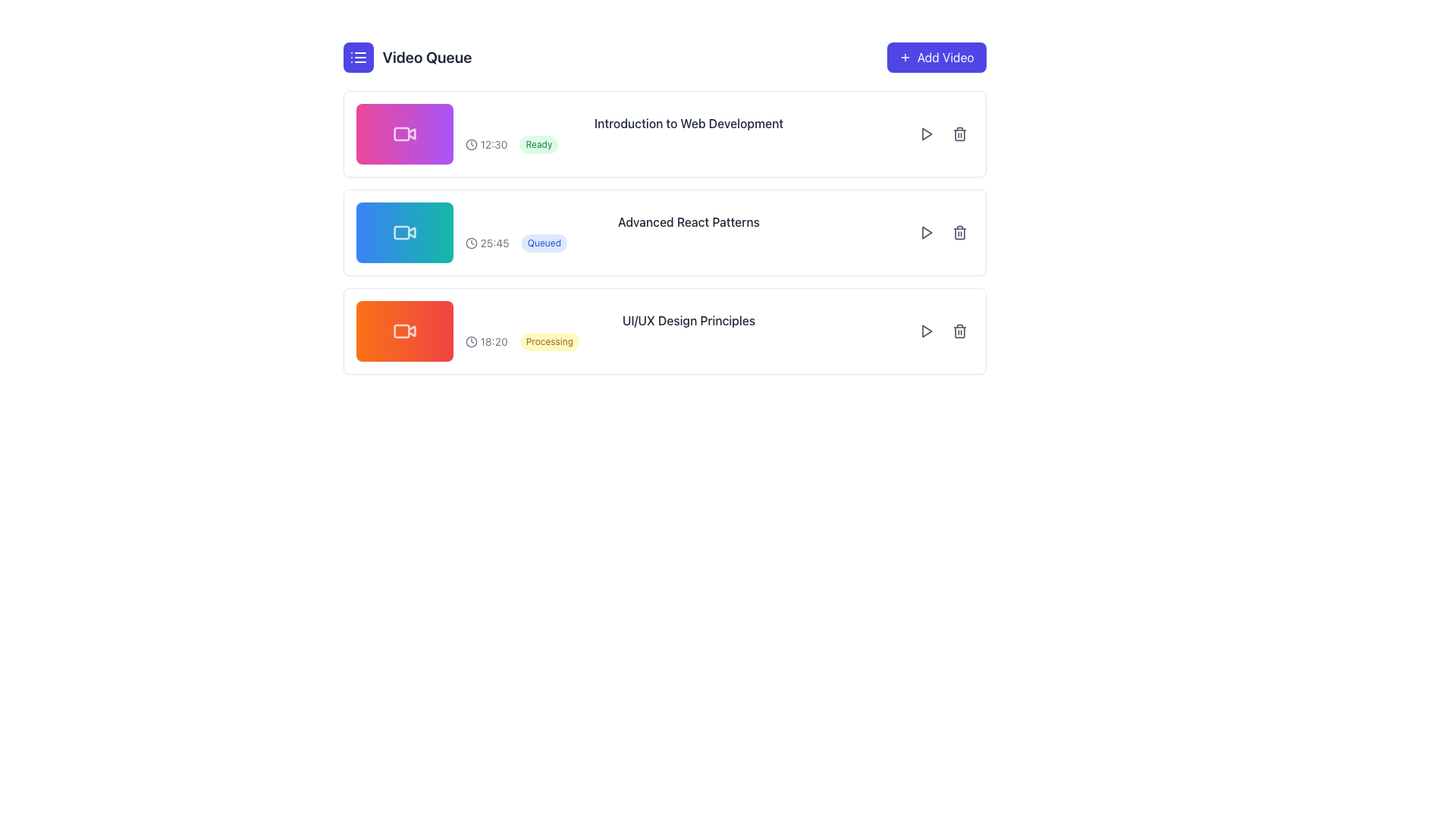  What do you see at coordinates (925, 133) in the screenshot?
I see `the play button for the video titled 'Introduction to Web Development', which is located to the far right of its row, between a status indicator and a delete icon` at bounding box center [925, 133].